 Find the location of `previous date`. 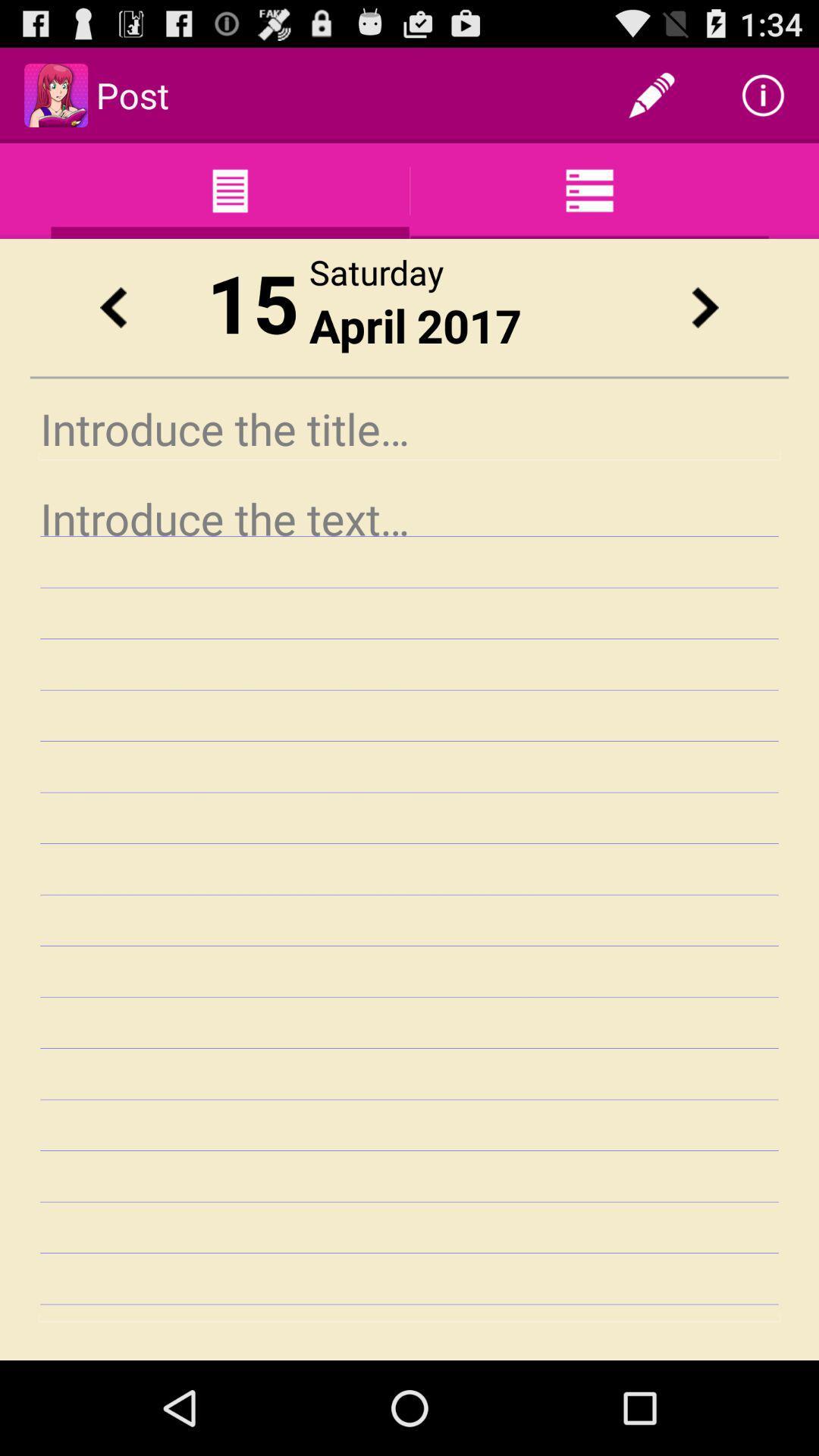

previous date is located at coordinates (112, 306).